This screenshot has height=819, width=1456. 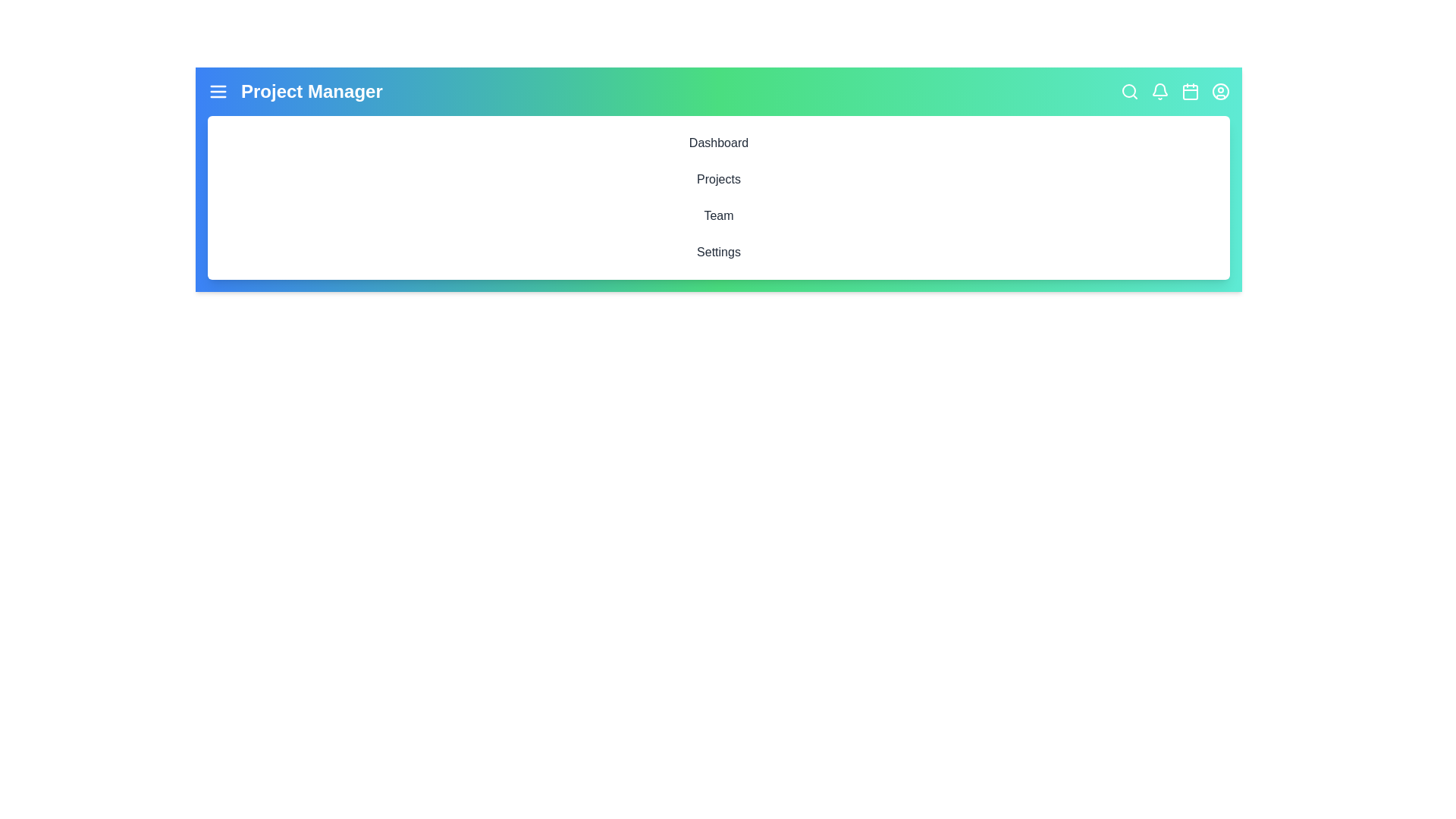 What do you see at coordinates (718, 216) in the screenshot?
I see `the text element Team in the AppBar` at bounding box center [718, 216].